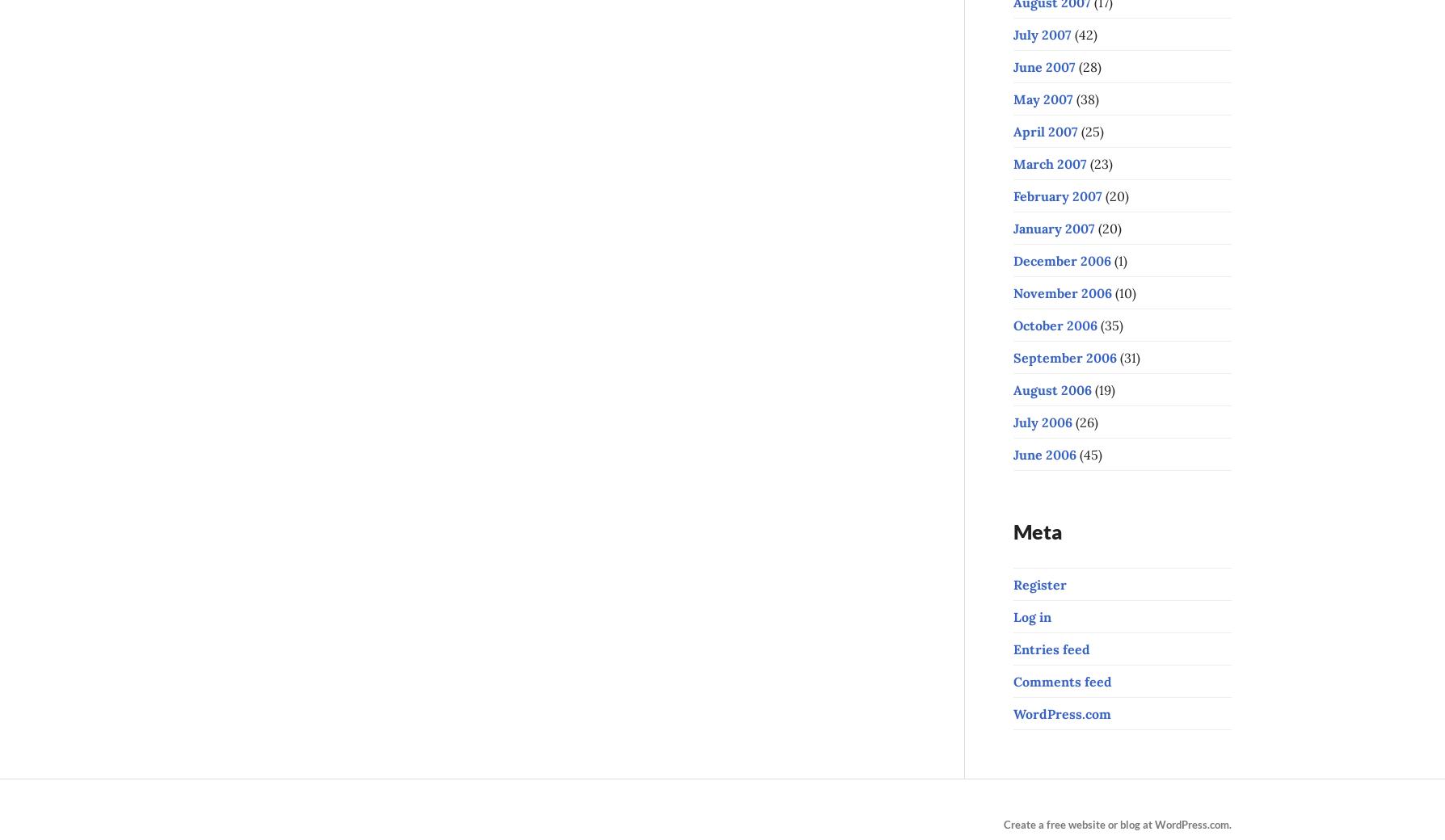  Describe the element at coordinates (1062, 292) in the screenshot. I see `'November 2006'` at that location.